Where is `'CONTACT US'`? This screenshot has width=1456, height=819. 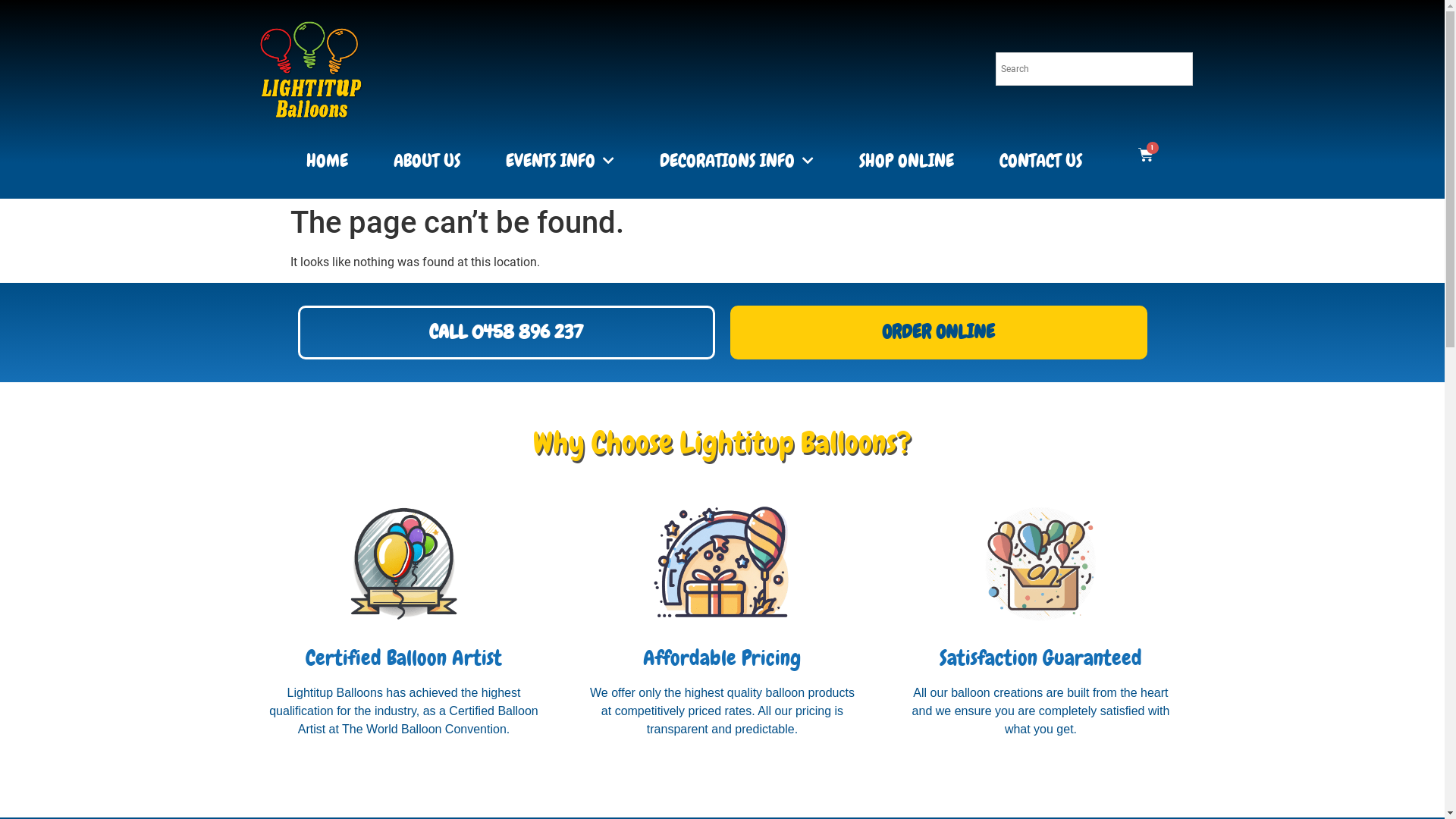
'CONTACT US' is located at coordinates (1040, 161).